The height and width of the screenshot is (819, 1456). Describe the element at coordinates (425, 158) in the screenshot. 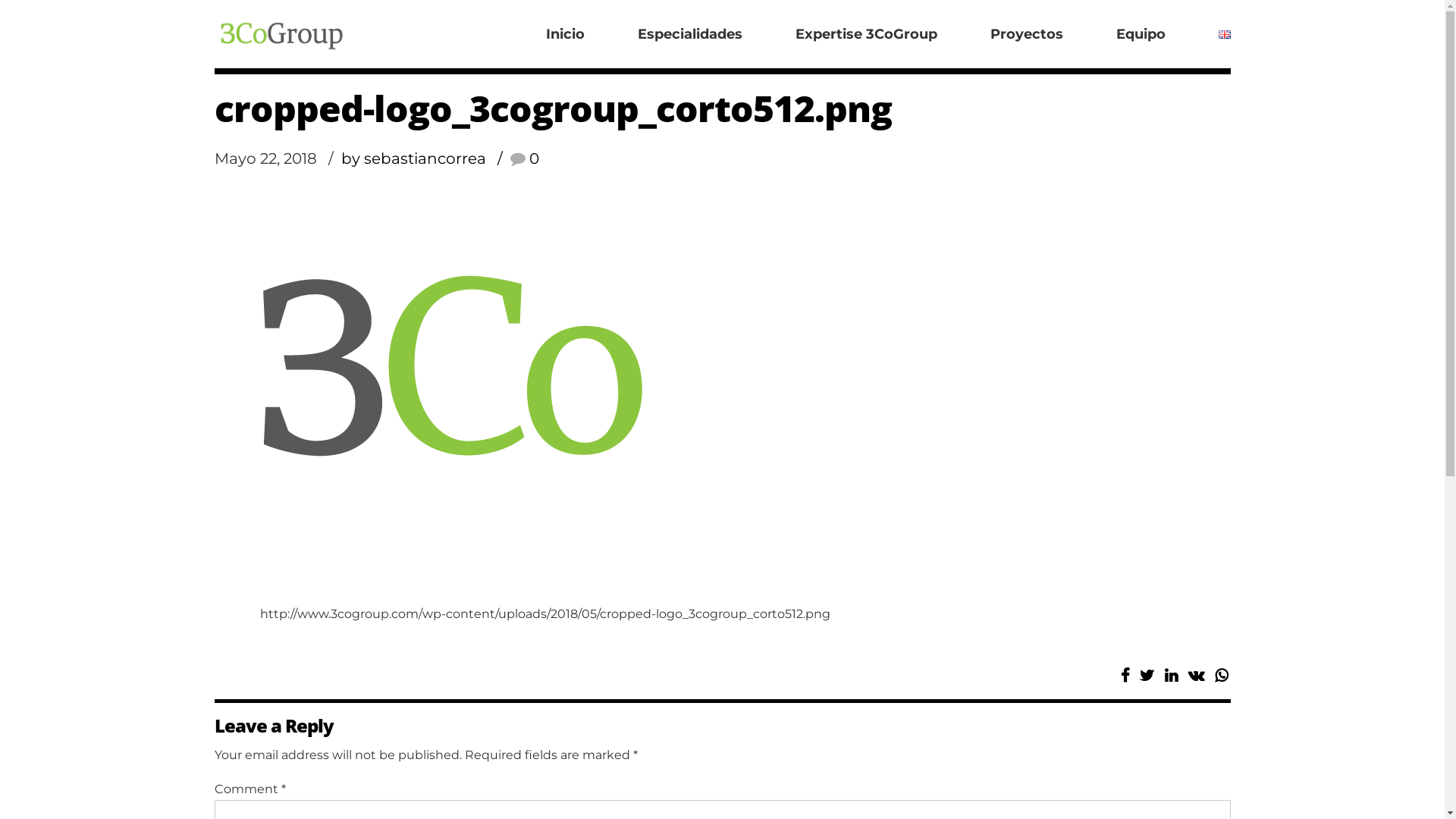

I see `'by sebastiancorrea'` at that location.